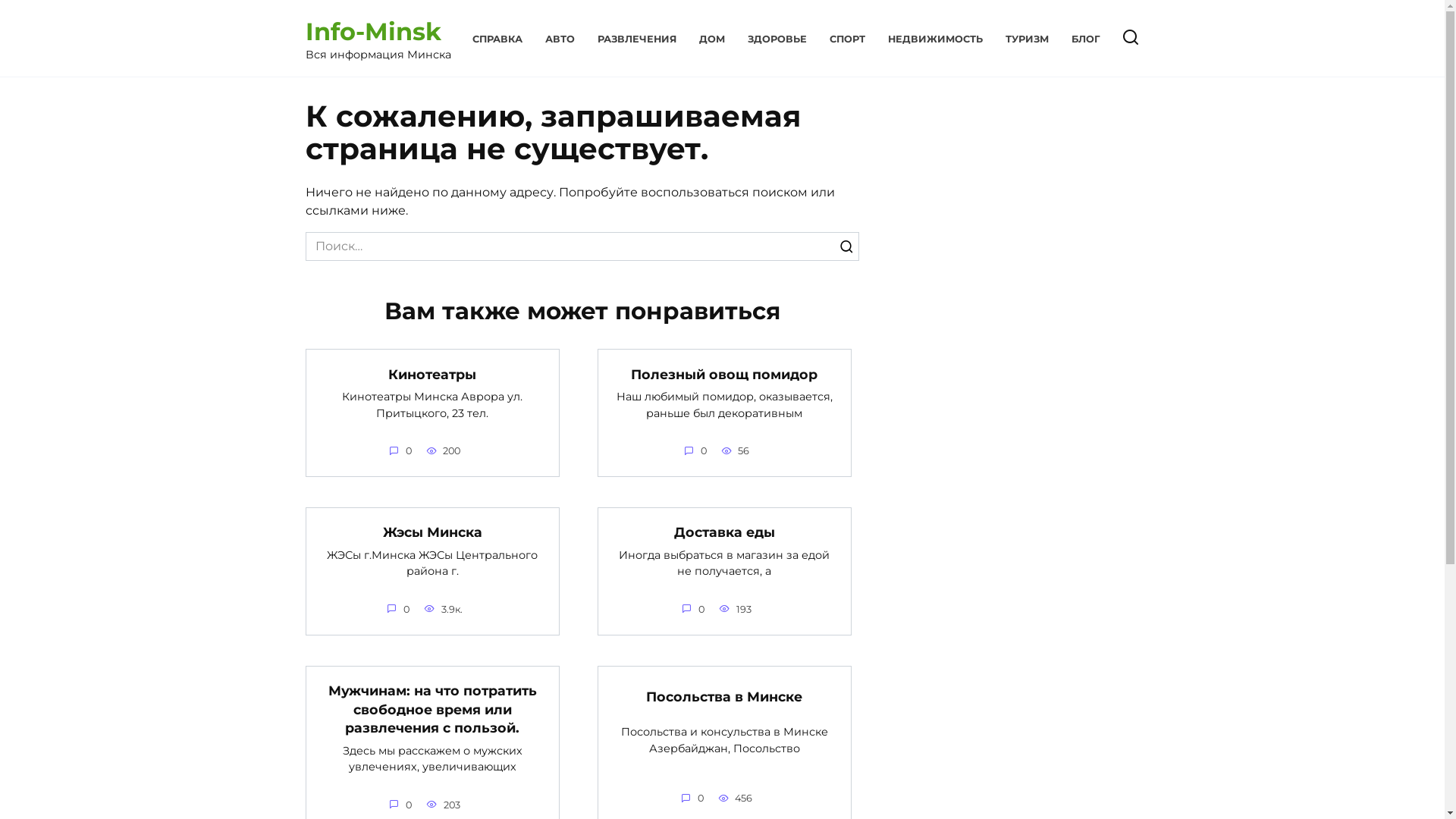 The height and width of the screenshot is (819, 1456). What do you see at coordinates (372, 31) in the screenshot?
I see `'Info-Minsk'` at bounding box center [372, 31].